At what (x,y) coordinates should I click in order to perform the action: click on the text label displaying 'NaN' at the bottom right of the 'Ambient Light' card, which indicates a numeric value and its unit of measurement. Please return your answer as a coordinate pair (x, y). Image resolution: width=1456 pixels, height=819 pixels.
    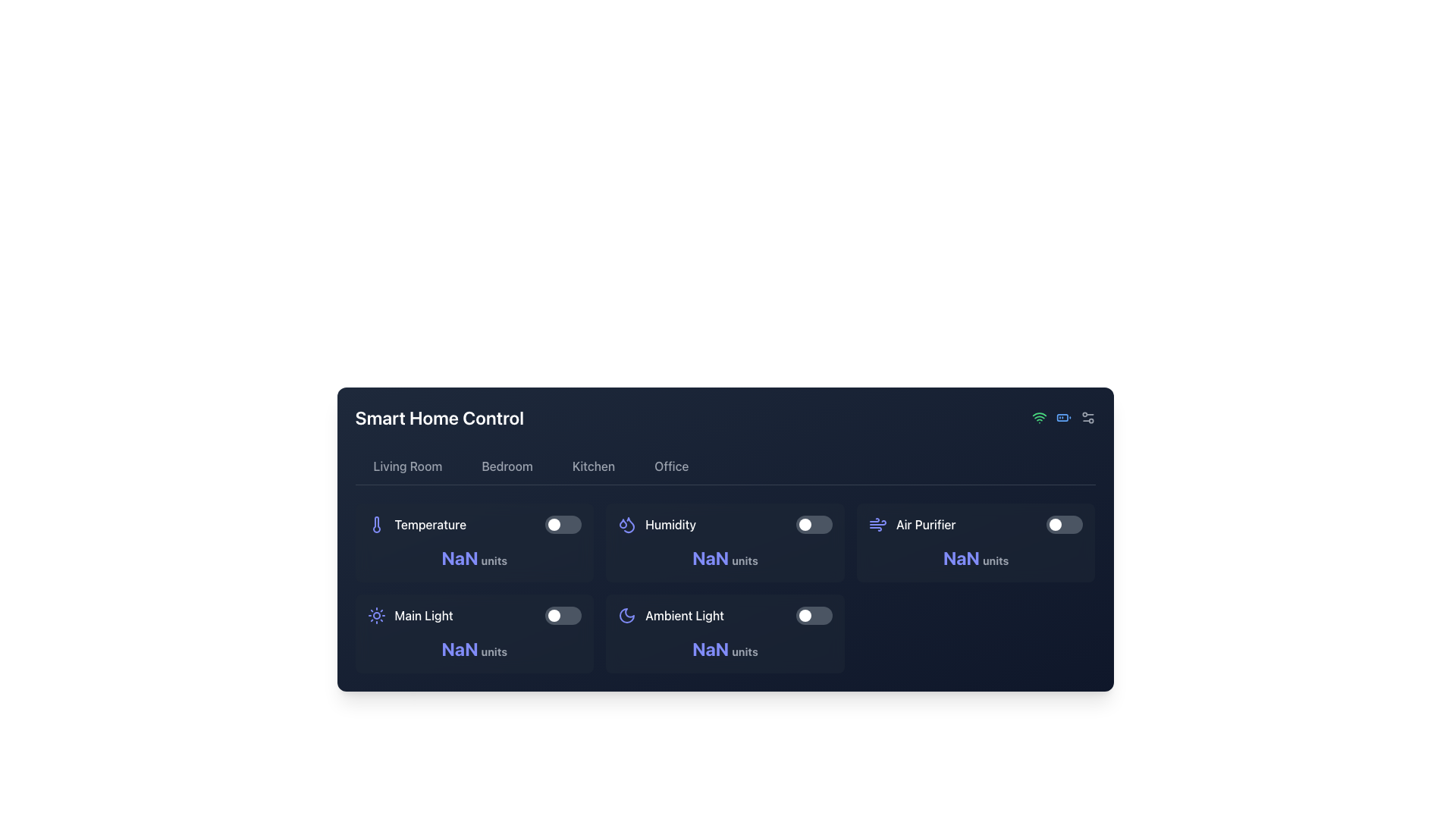
    Looking at the image, I should click on (724, 648).